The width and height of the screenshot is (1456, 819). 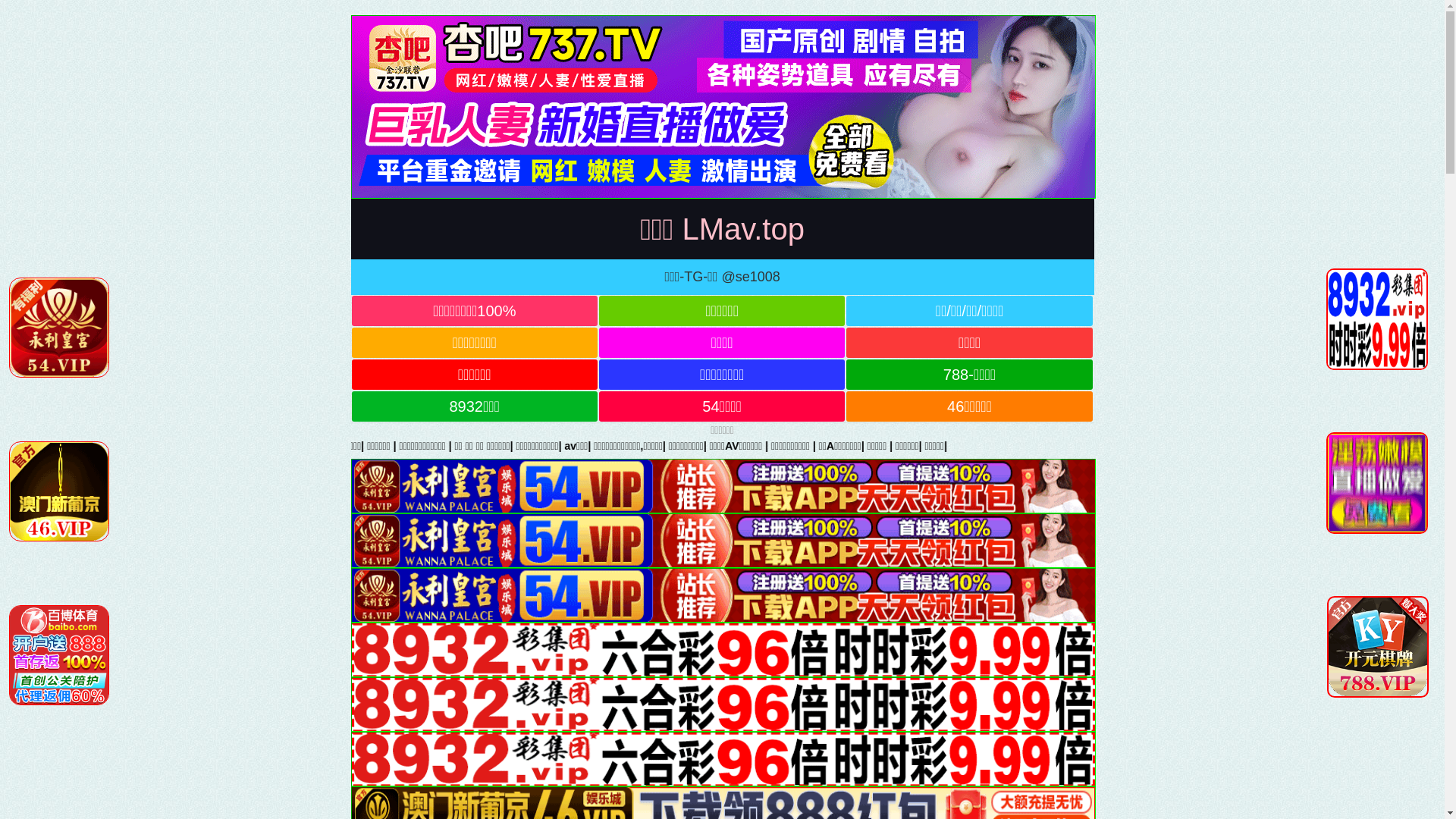 What do you see at coordinates (548, 444) in the screenshot?
I see `'|'` at bounding box center [548, 444].